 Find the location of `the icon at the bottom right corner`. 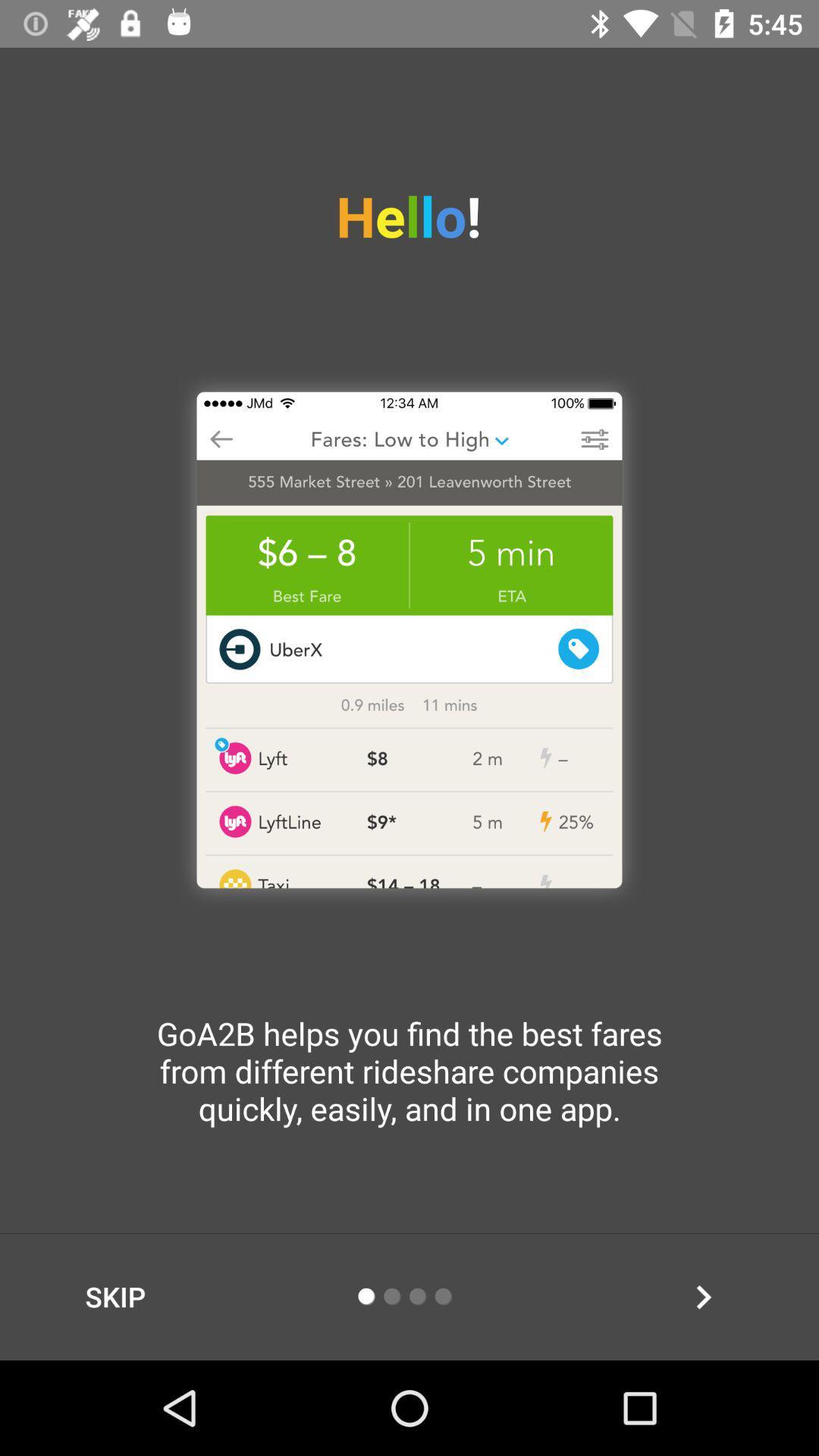

the icon at the bottom right corner is located at coordinates (703, 1296).